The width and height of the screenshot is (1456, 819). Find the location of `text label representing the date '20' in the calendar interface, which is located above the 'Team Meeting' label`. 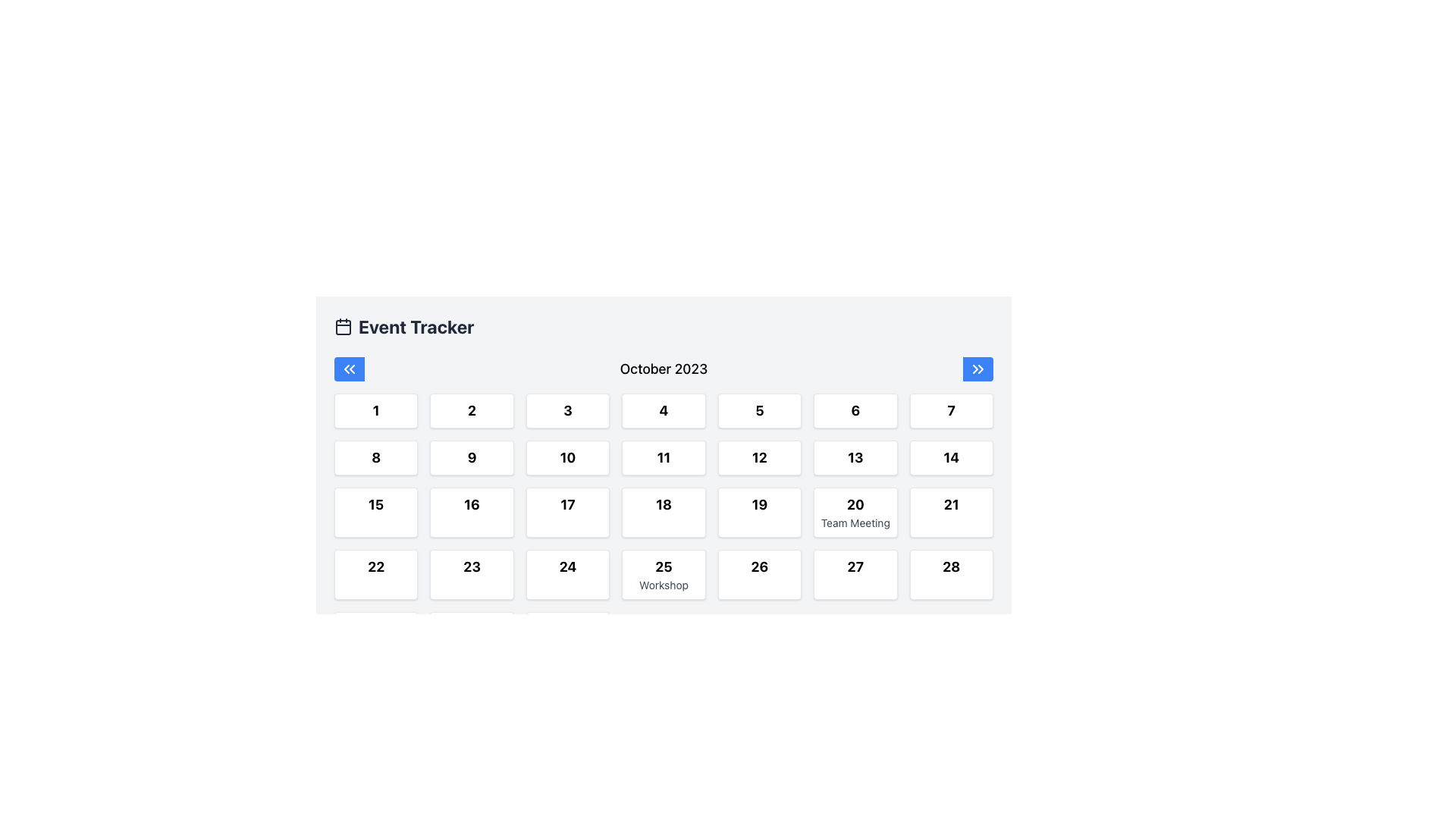

text label representing the date '20' in the calendar interface, which is located above the 'Team Meeting' label is located at coordinates (855, 505).